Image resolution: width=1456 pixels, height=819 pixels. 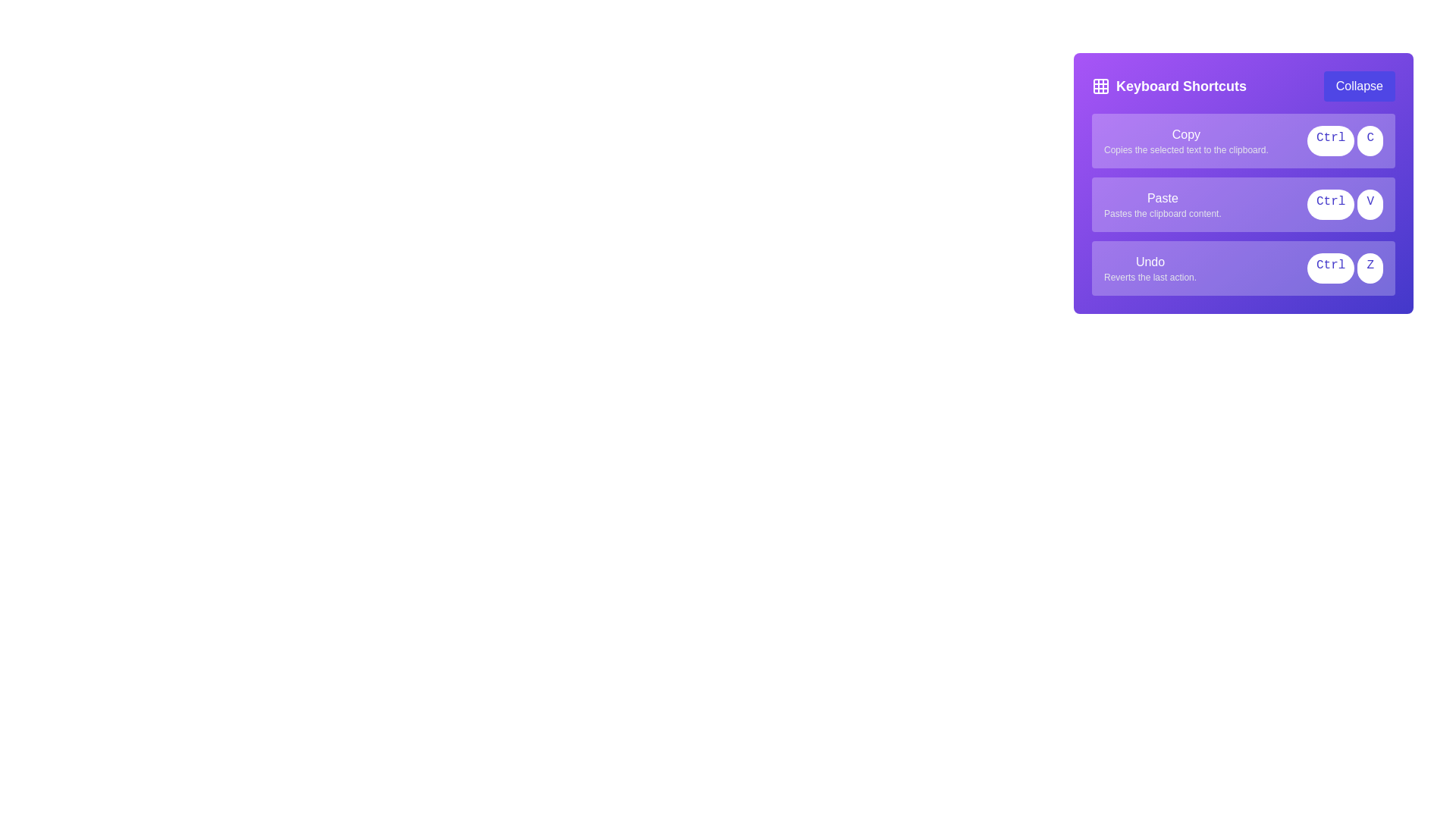 I want to click on the text label reading 'Keyboard Shortcuts', which is styled as a bold, prominent title in large font within a horizontal bar at the top of a purple box, so click(x=1168, y=86).